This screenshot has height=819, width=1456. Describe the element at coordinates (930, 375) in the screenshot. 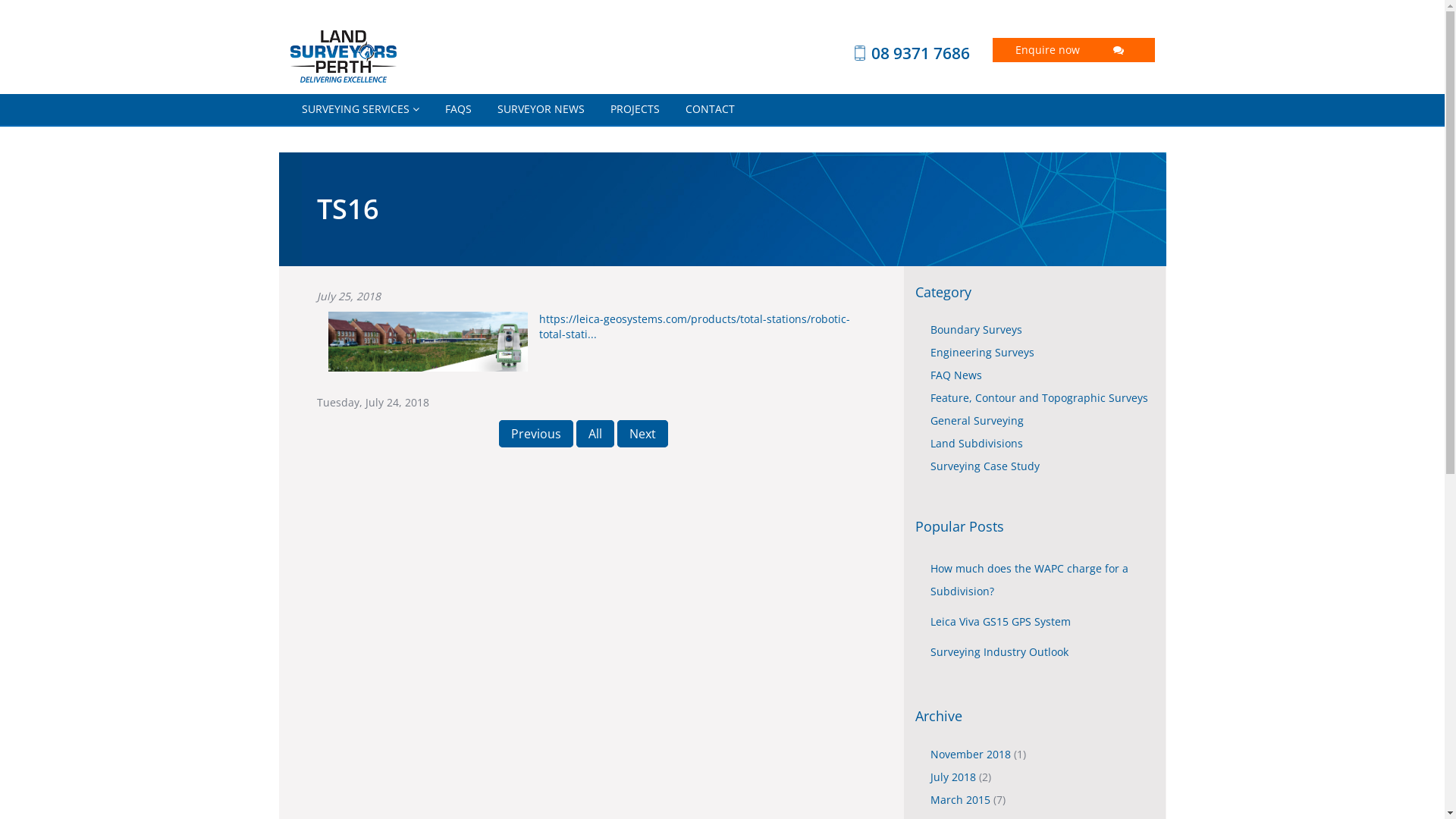

I see `'FAQ News'` at that location.